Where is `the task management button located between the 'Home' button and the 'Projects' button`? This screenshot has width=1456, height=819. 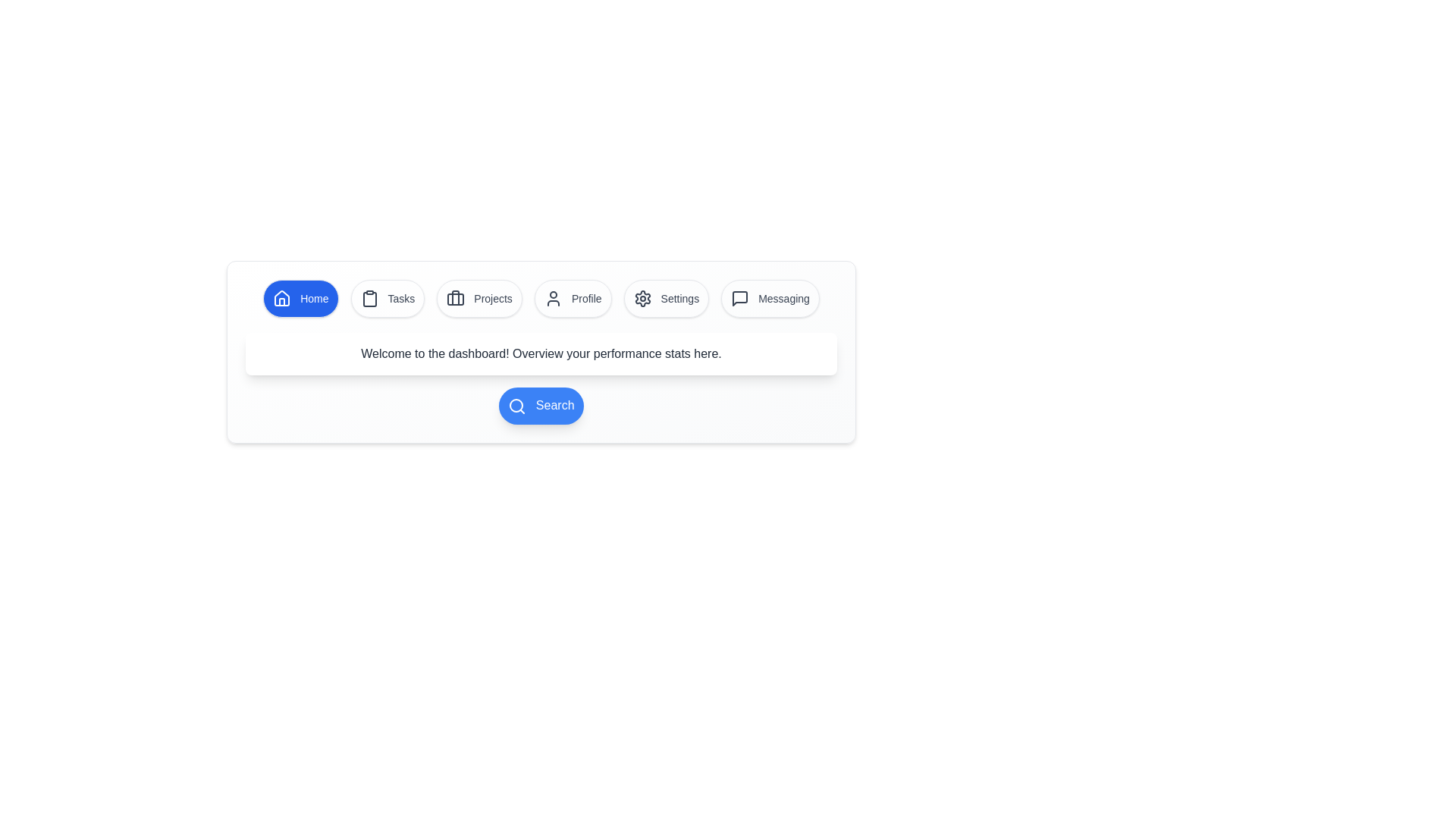 the task management button located between the 'Home' button and the 'Projects' button is located at coordinates (388, 298).